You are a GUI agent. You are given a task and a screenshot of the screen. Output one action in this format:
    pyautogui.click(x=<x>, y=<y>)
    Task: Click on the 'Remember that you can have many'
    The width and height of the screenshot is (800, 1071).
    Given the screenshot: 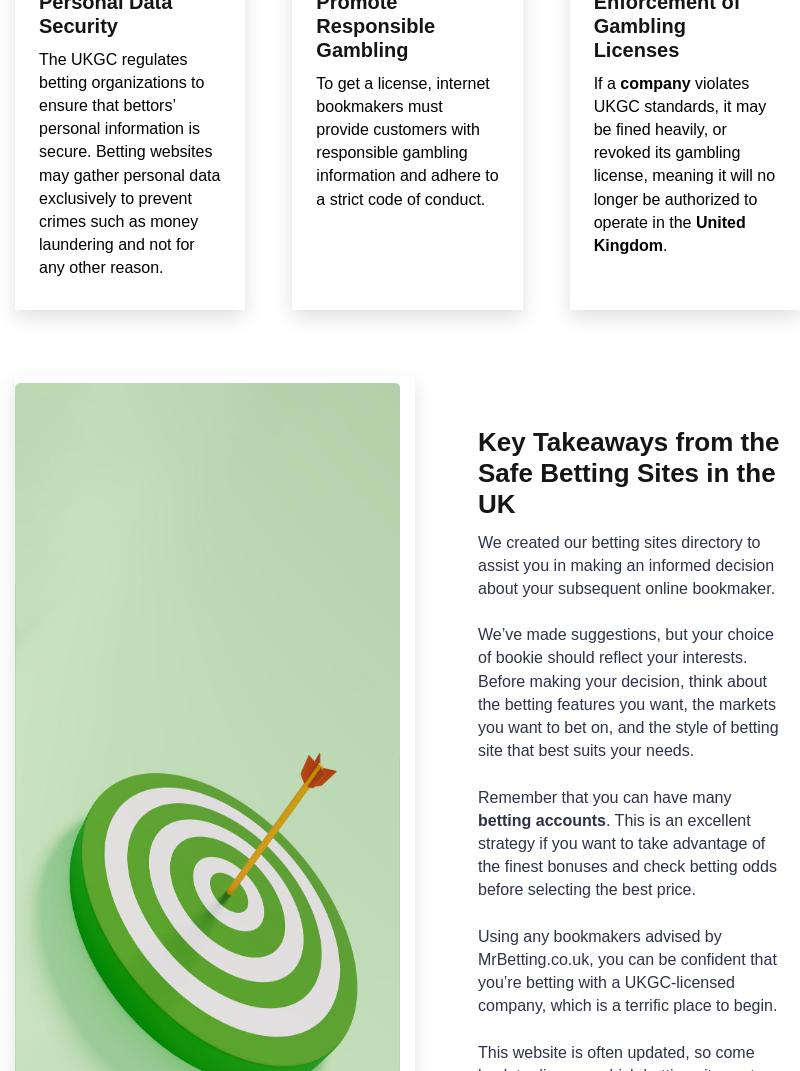 What is the action you would take?
    pyautogui.click(x=478, y=795)
    